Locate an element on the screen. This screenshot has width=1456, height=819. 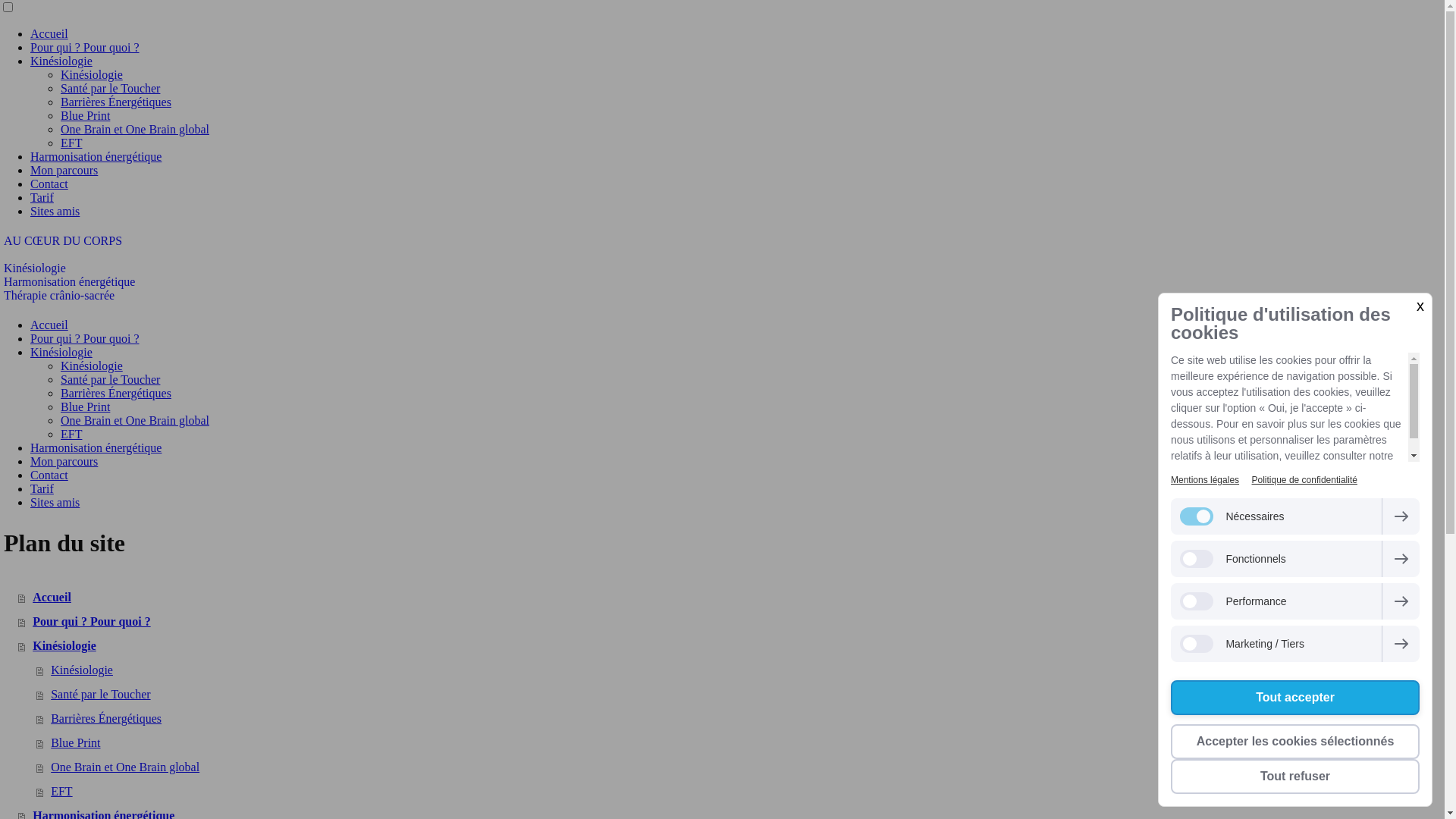
'Pour qui ? Pour quoi ?' is located at coordinates (18, 622).